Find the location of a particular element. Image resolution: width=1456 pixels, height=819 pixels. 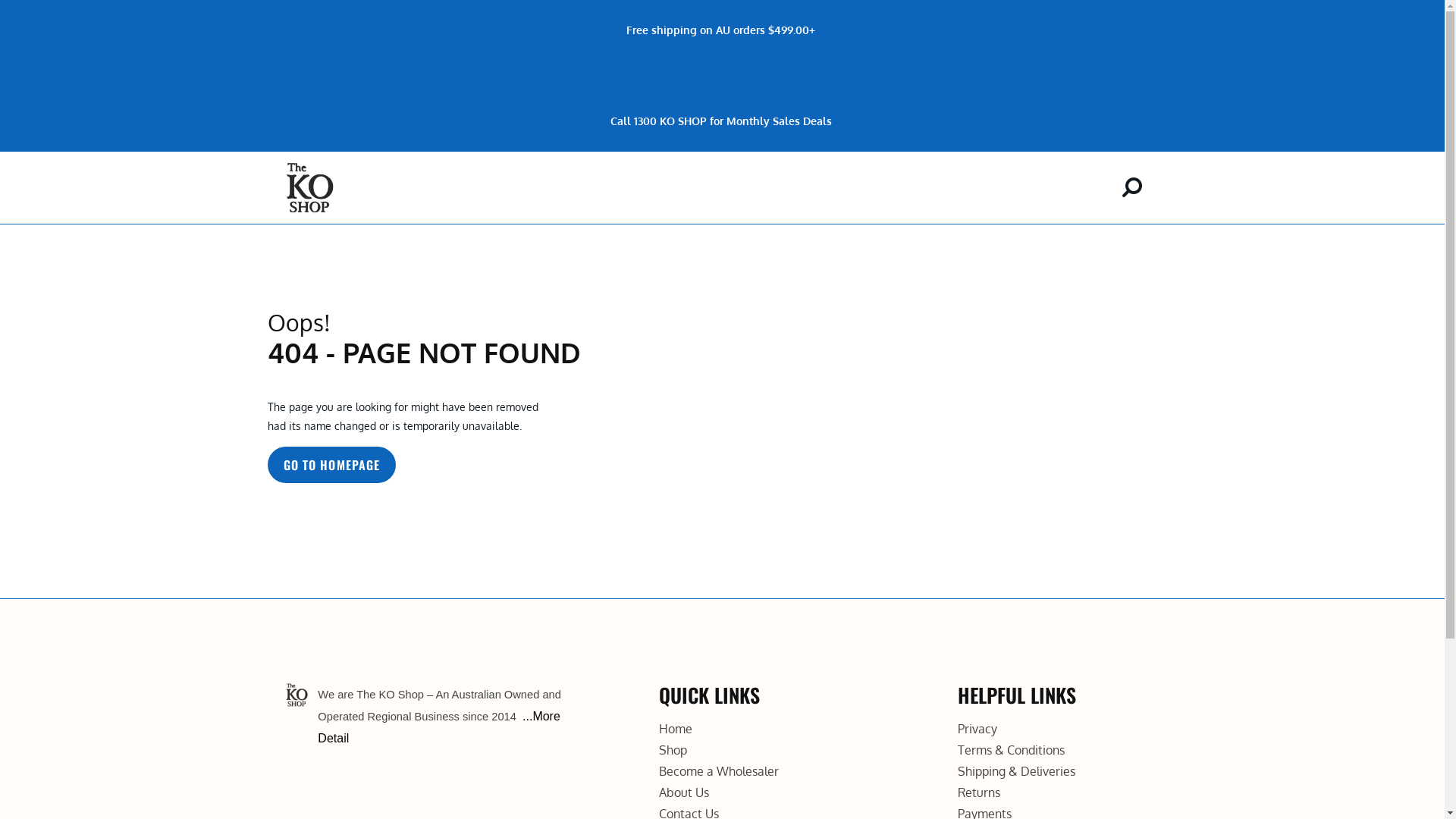

'Home' is located at coordinates (675, 727).